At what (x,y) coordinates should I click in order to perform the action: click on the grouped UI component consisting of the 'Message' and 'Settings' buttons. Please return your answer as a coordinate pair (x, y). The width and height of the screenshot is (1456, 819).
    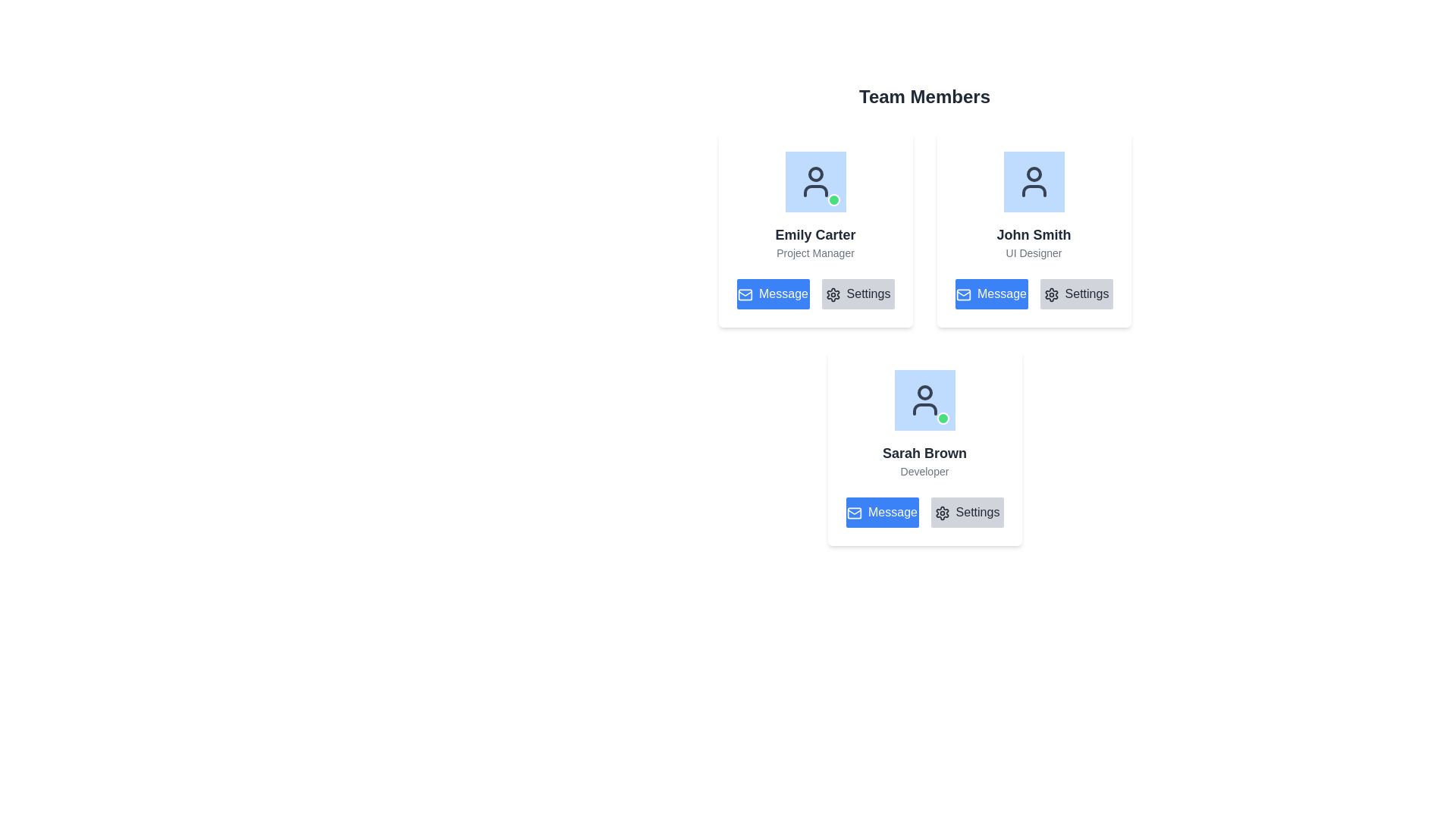
    Looking at the image, I should click on (1033, 294).